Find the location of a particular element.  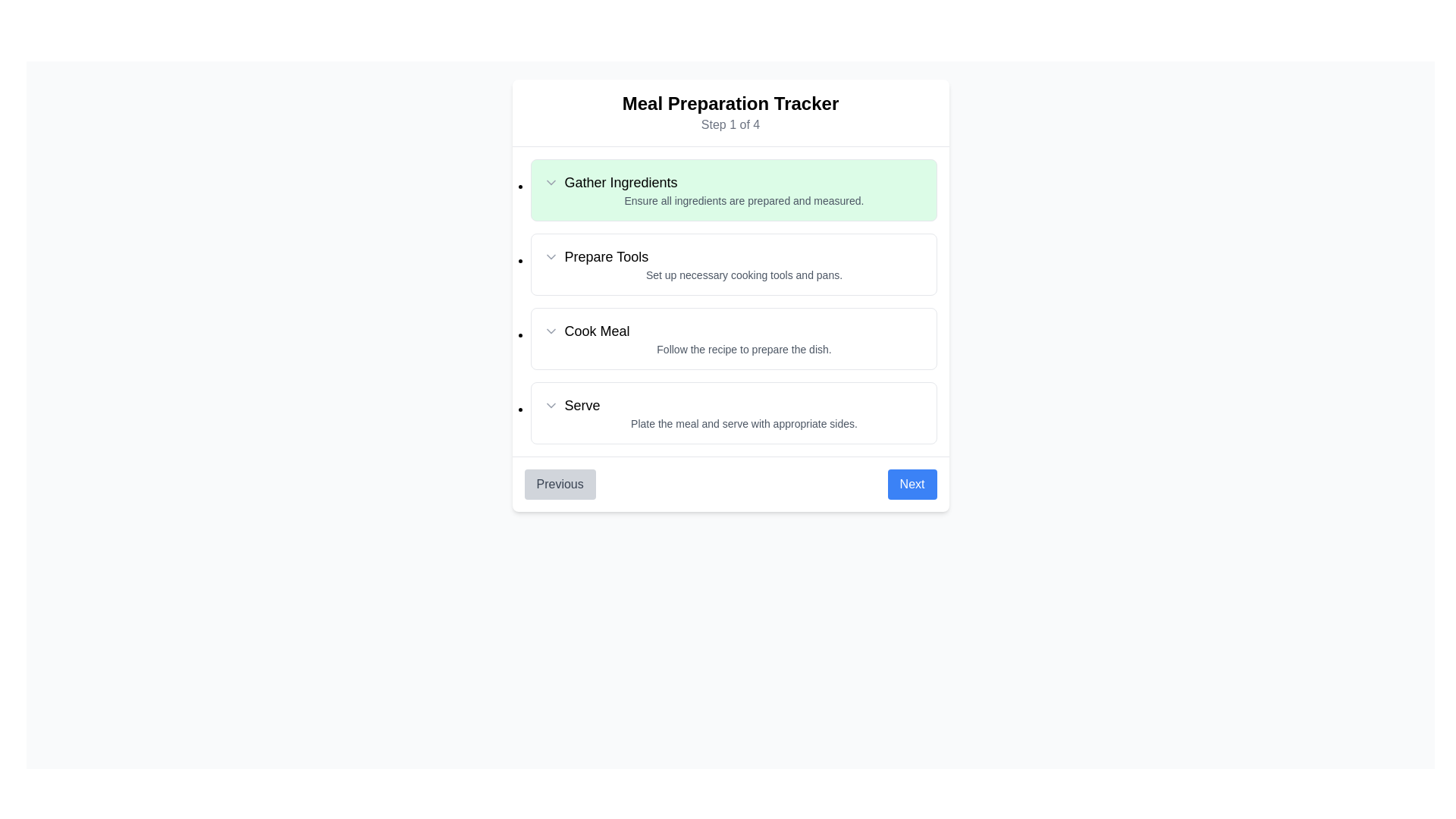

text element that states 'Follow the recipe to prepare the dish.' located below the title 'Cook Meal' in the third step panel of the meal preparation guide is located at coordinates (744, 350).